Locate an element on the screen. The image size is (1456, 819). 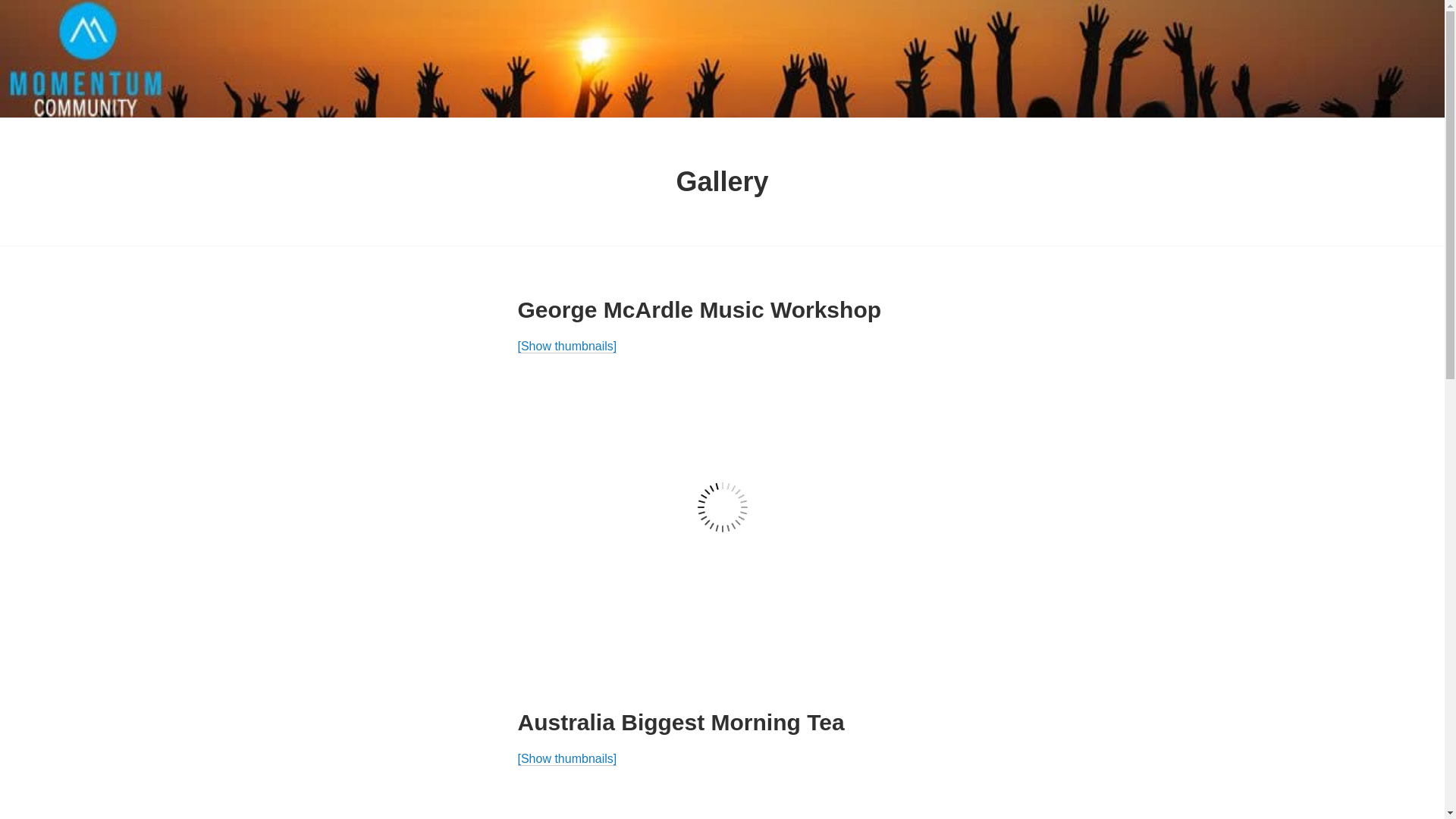
'[Show thumbnails]' is located at coordinates (566, 346).